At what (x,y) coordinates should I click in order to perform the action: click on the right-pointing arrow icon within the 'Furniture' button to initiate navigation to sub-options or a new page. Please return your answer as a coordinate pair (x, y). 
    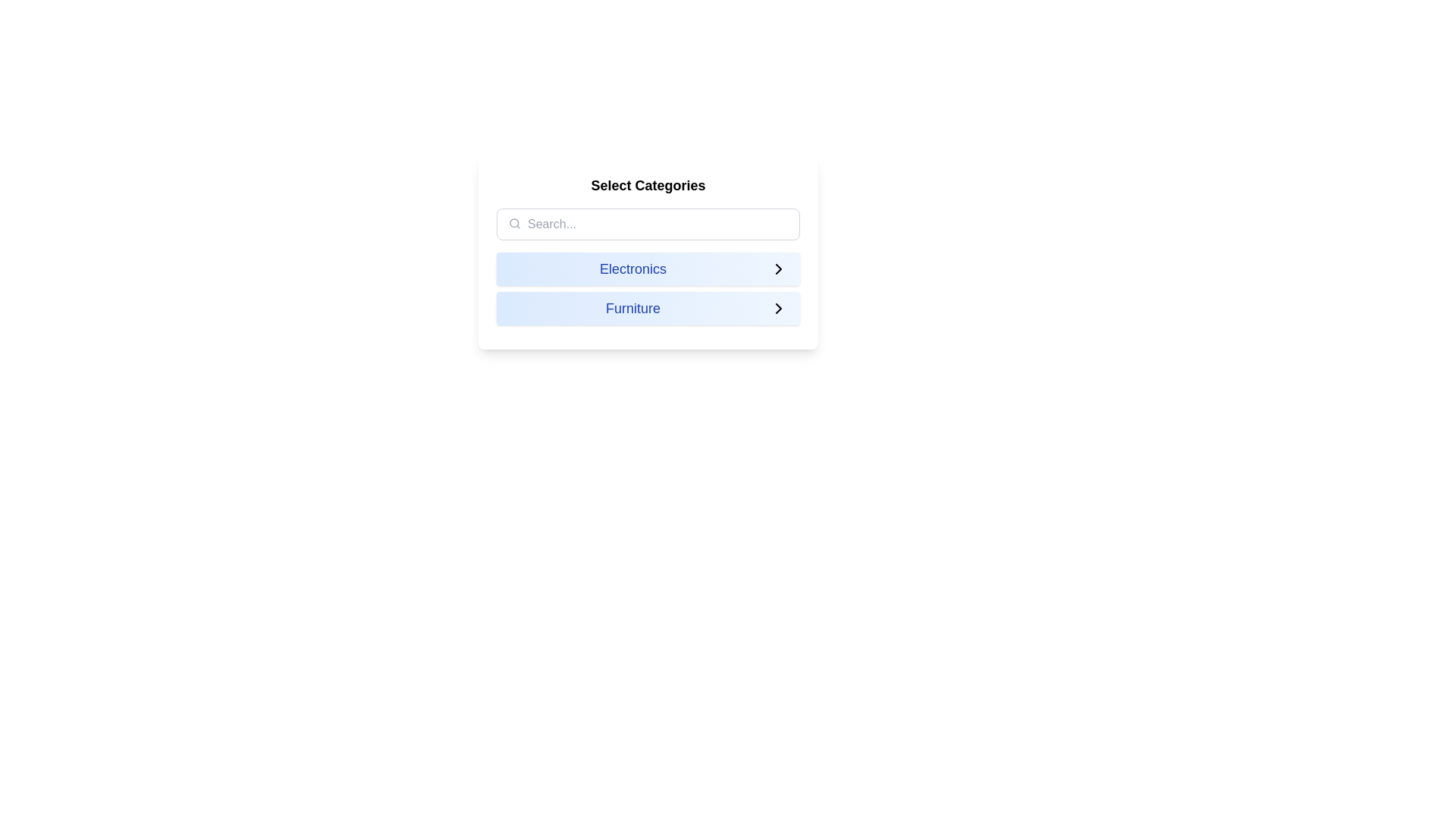
    Looking at the image, I should click on (779, 308).